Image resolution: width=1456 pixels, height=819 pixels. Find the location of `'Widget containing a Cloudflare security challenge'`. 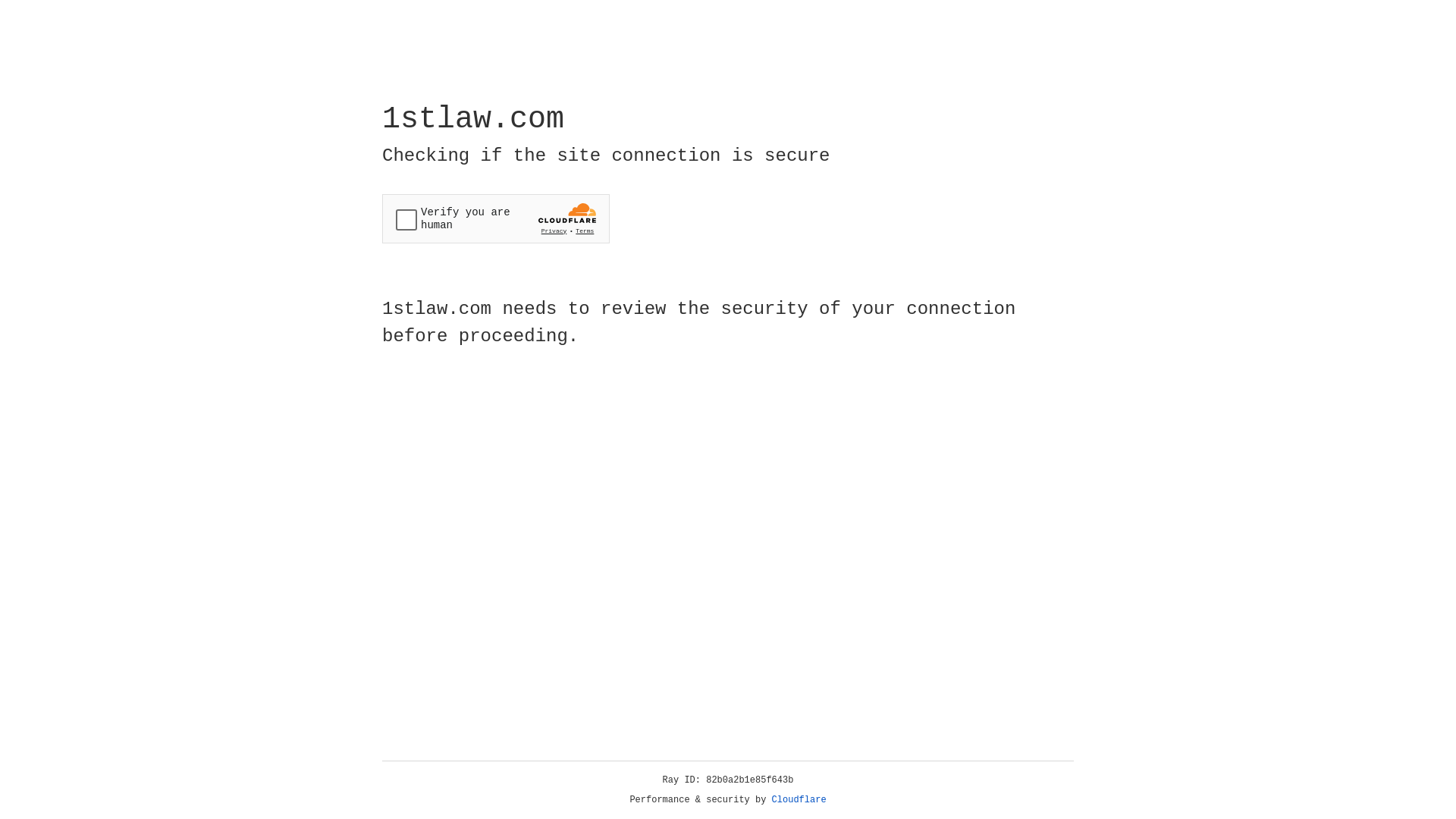

'Widget containing a Cloudflare security challenge' is located at coordinates (495, 218).